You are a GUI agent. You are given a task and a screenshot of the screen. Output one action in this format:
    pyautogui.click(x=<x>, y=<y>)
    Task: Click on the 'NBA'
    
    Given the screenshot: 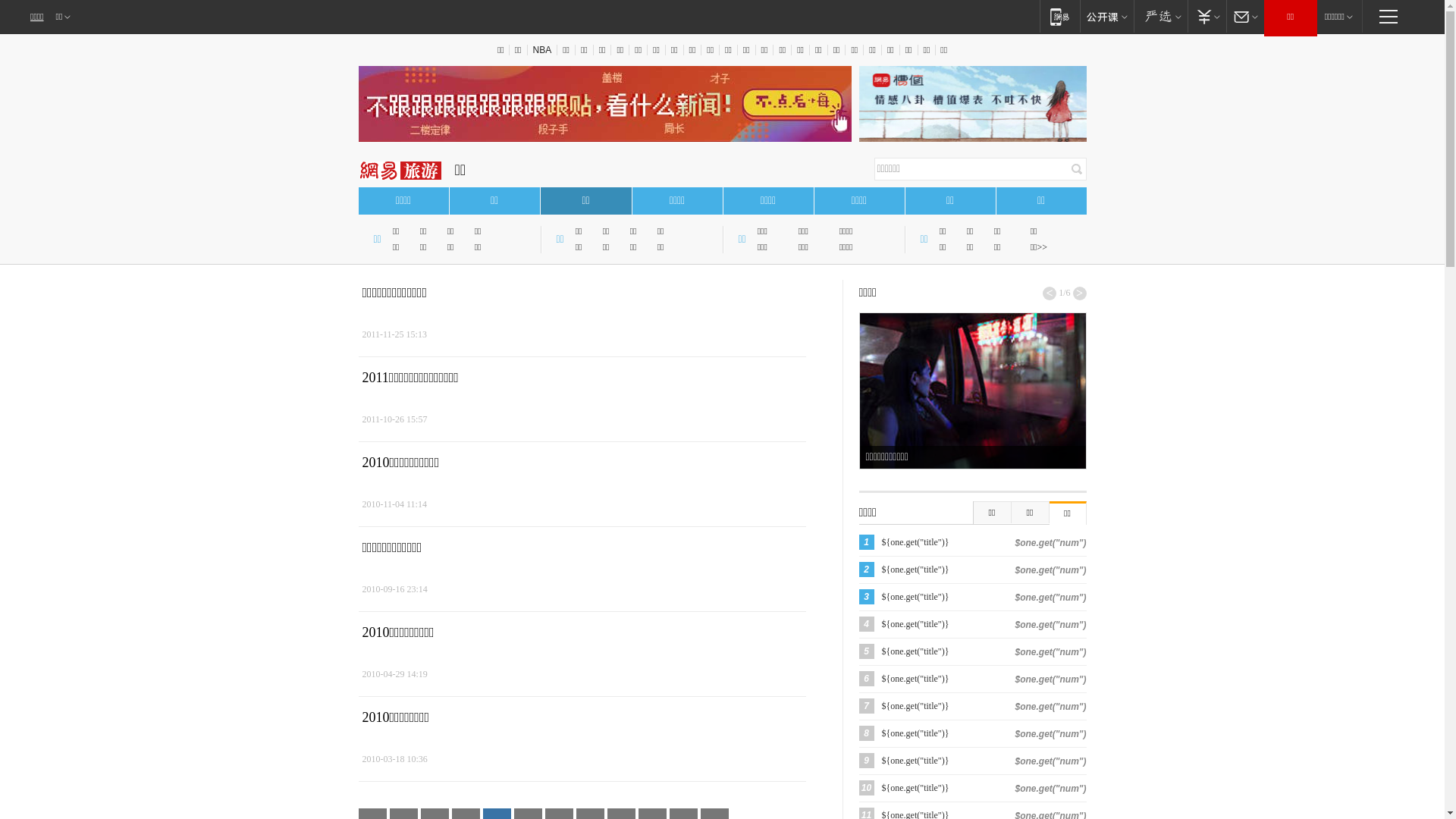 What is the action you would take?
    pyautogui.click(x=541, y=49)
    